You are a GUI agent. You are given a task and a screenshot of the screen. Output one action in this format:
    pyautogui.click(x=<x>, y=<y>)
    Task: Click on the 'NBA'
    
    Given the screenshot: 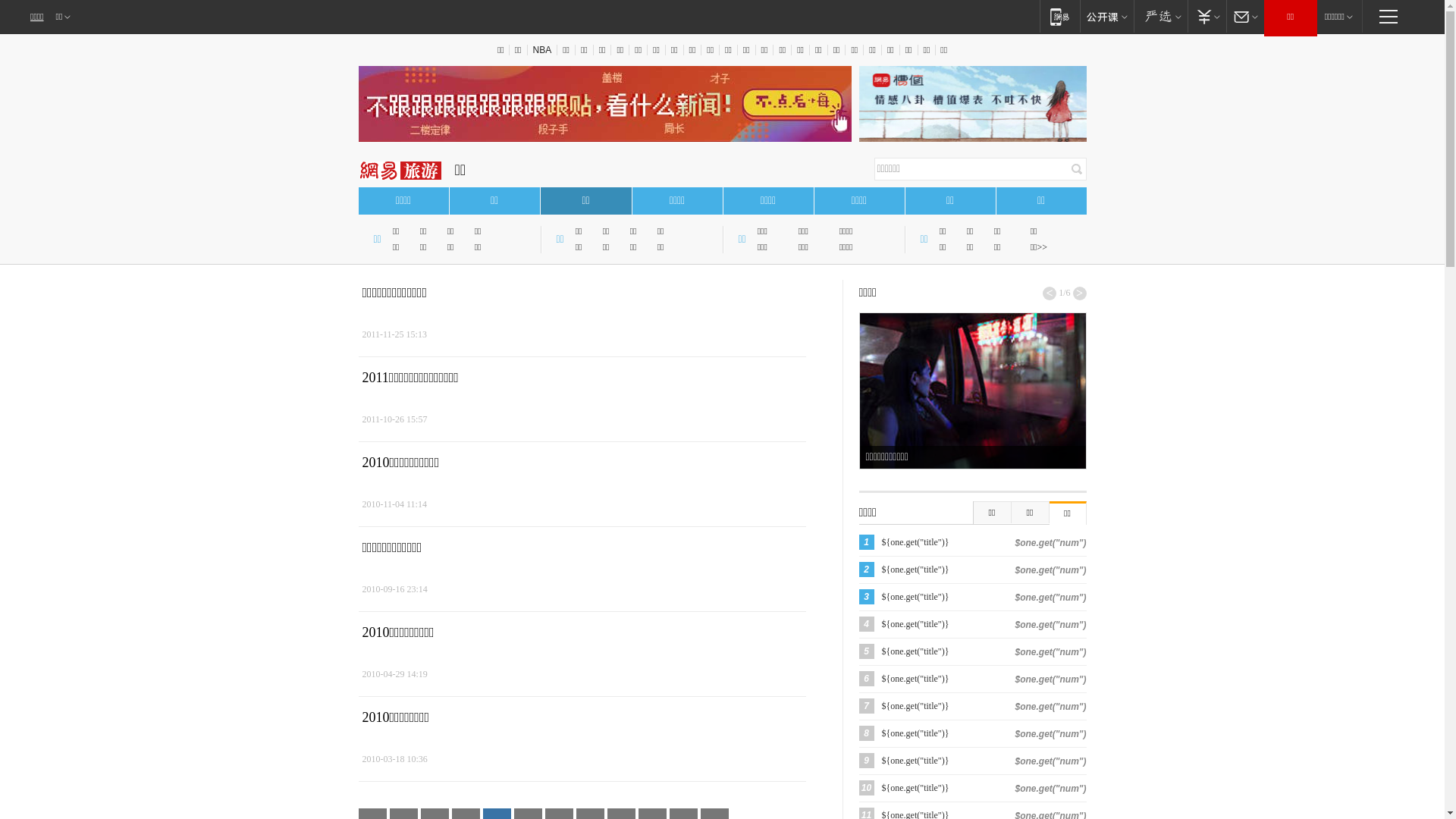 What is the action you would take?
    pyautogui.click(x=541, y=49)
    